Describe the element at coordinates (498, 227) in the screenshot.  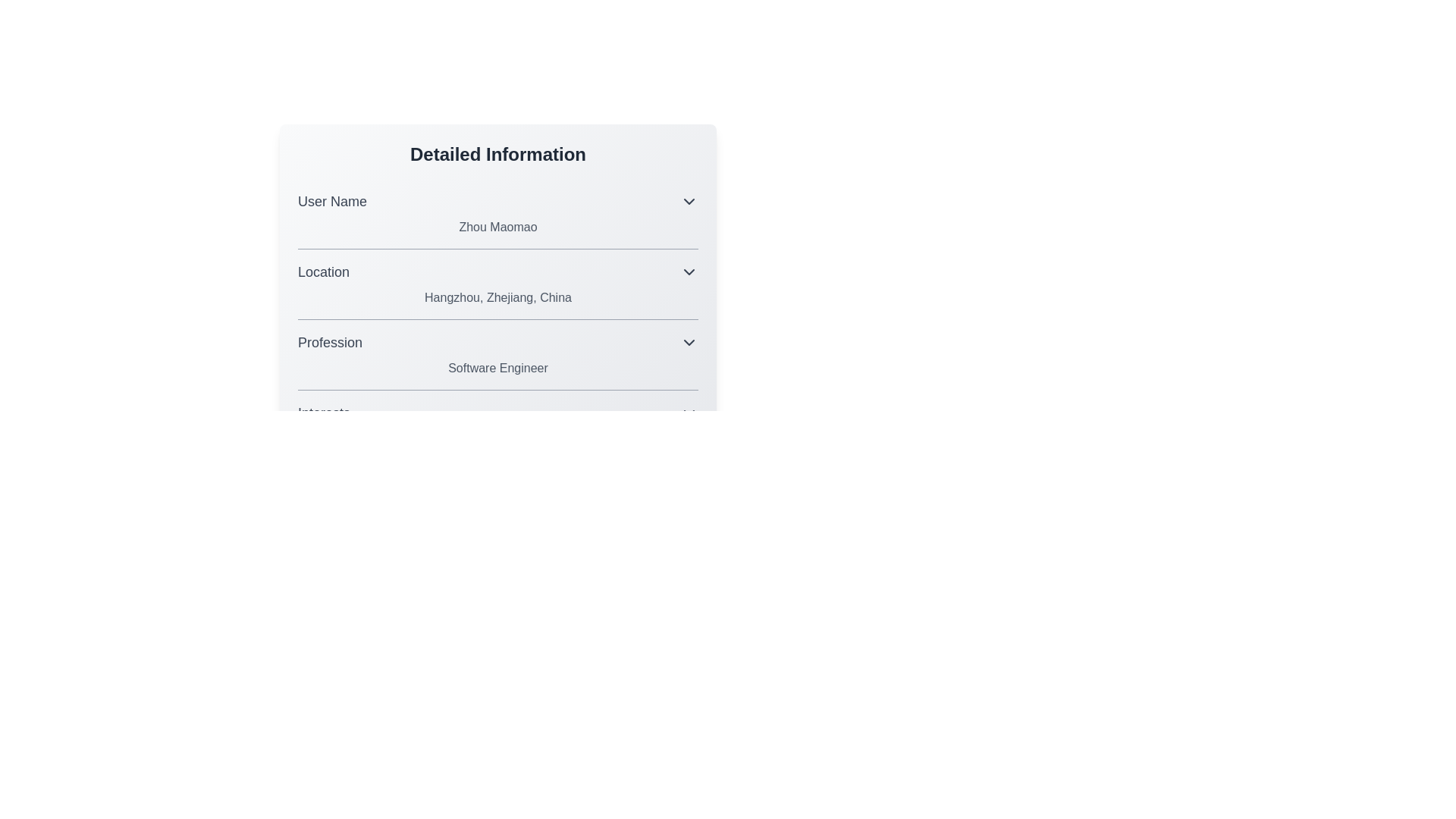
I see `the static text label displaying the user's name located directly below the 'User Name' label within the user information panel` at that location.